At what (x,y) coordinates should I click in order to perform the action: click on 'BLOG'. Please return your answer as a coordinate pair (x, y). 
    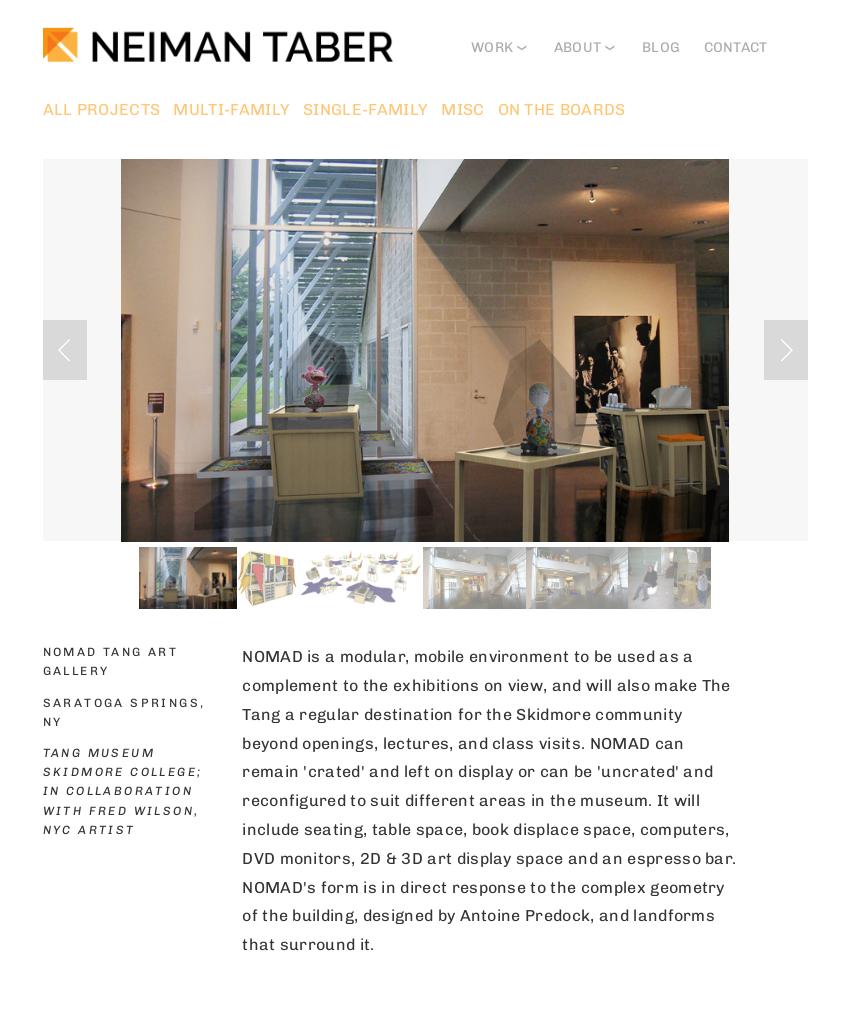
    Looking at the image, I should click on (660, 46).